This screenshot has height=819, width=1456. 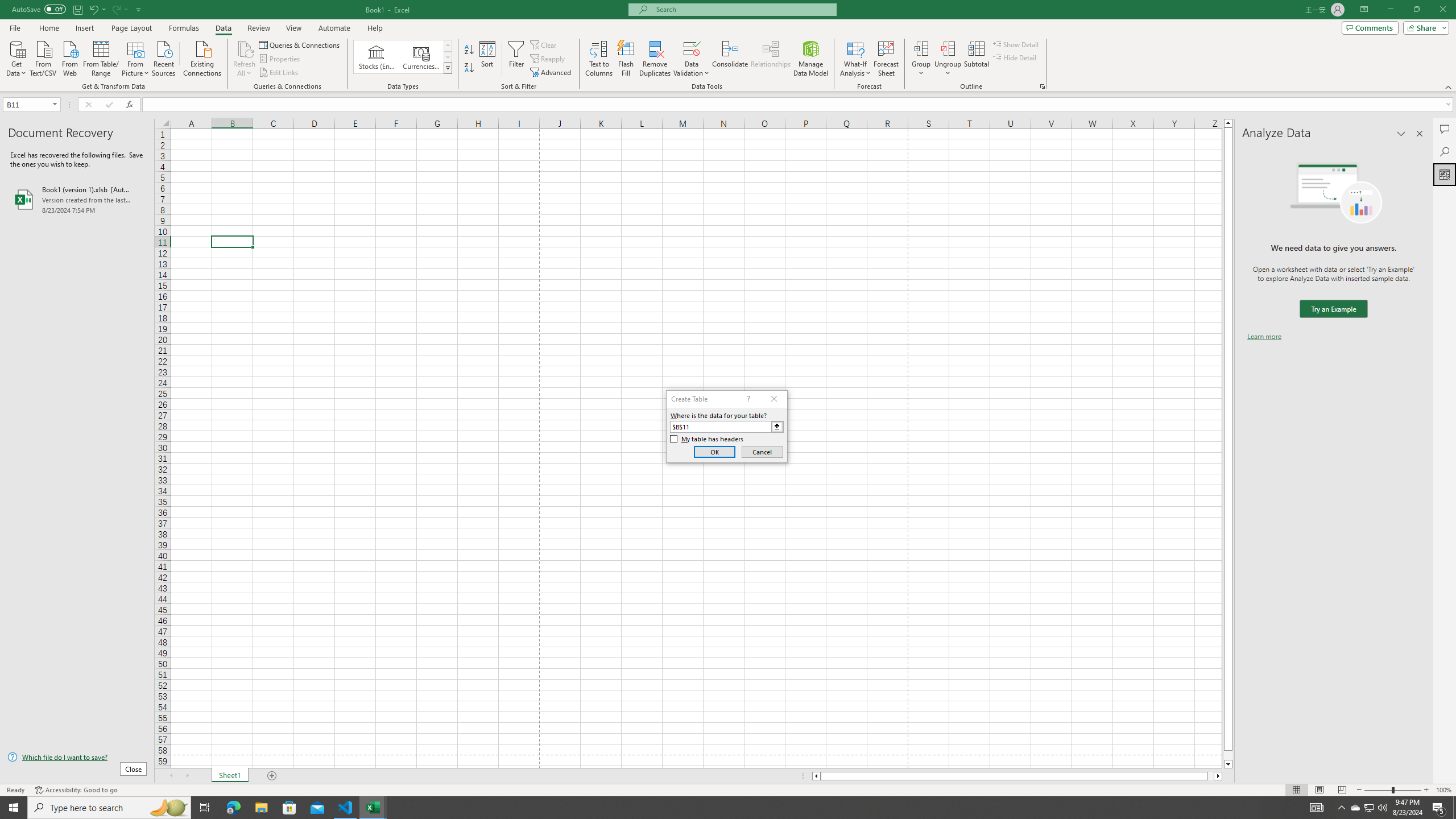 What do you see at coordinates (598, 59) in the screenshot?
I see `'Text to Columns...'` at bounding box center [598, 59].